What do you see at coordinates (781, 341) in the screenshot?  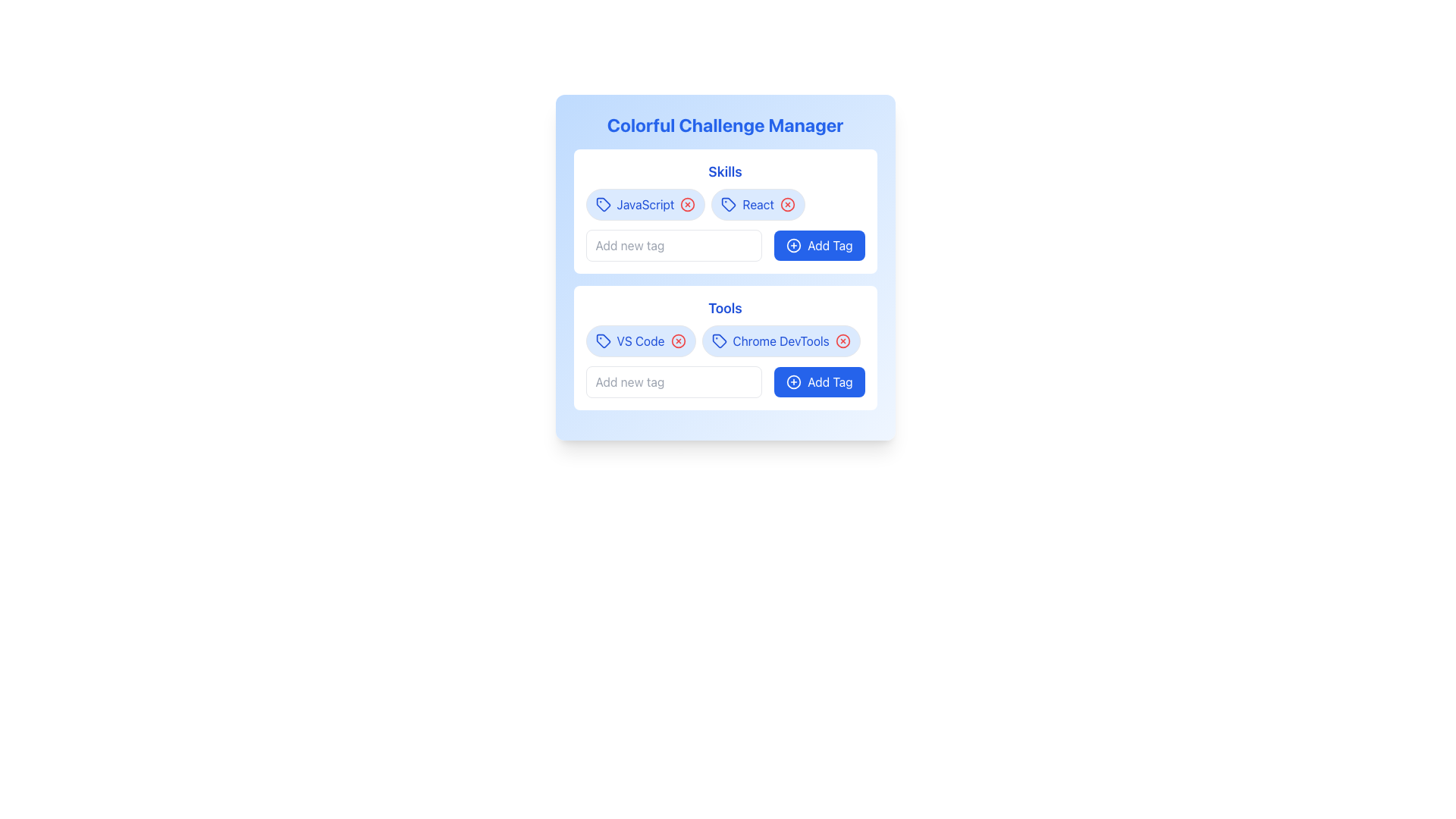 I see `the 'Chrome DevTools' tag, which is the second tag in the 'Tools' section of the UI` at bounding box center [781, 341].